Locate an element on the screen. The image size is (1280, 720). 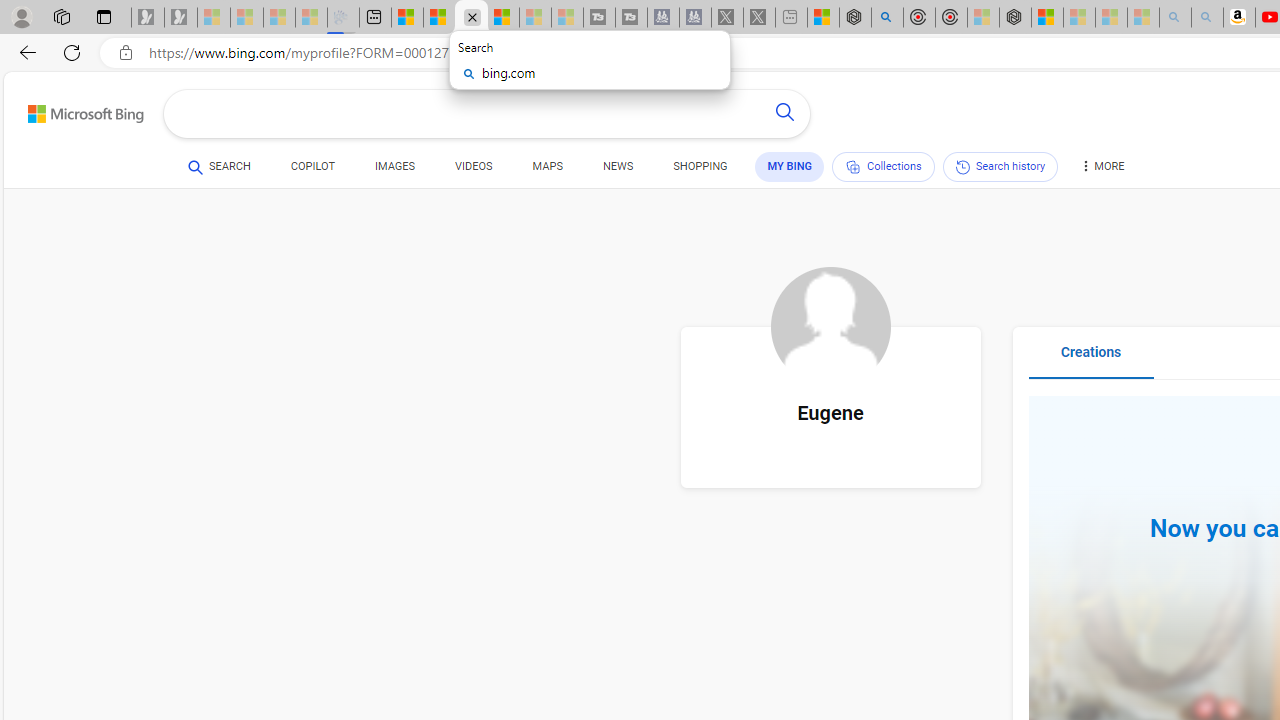
'COPILOT' is located at coordinates (311, 168).